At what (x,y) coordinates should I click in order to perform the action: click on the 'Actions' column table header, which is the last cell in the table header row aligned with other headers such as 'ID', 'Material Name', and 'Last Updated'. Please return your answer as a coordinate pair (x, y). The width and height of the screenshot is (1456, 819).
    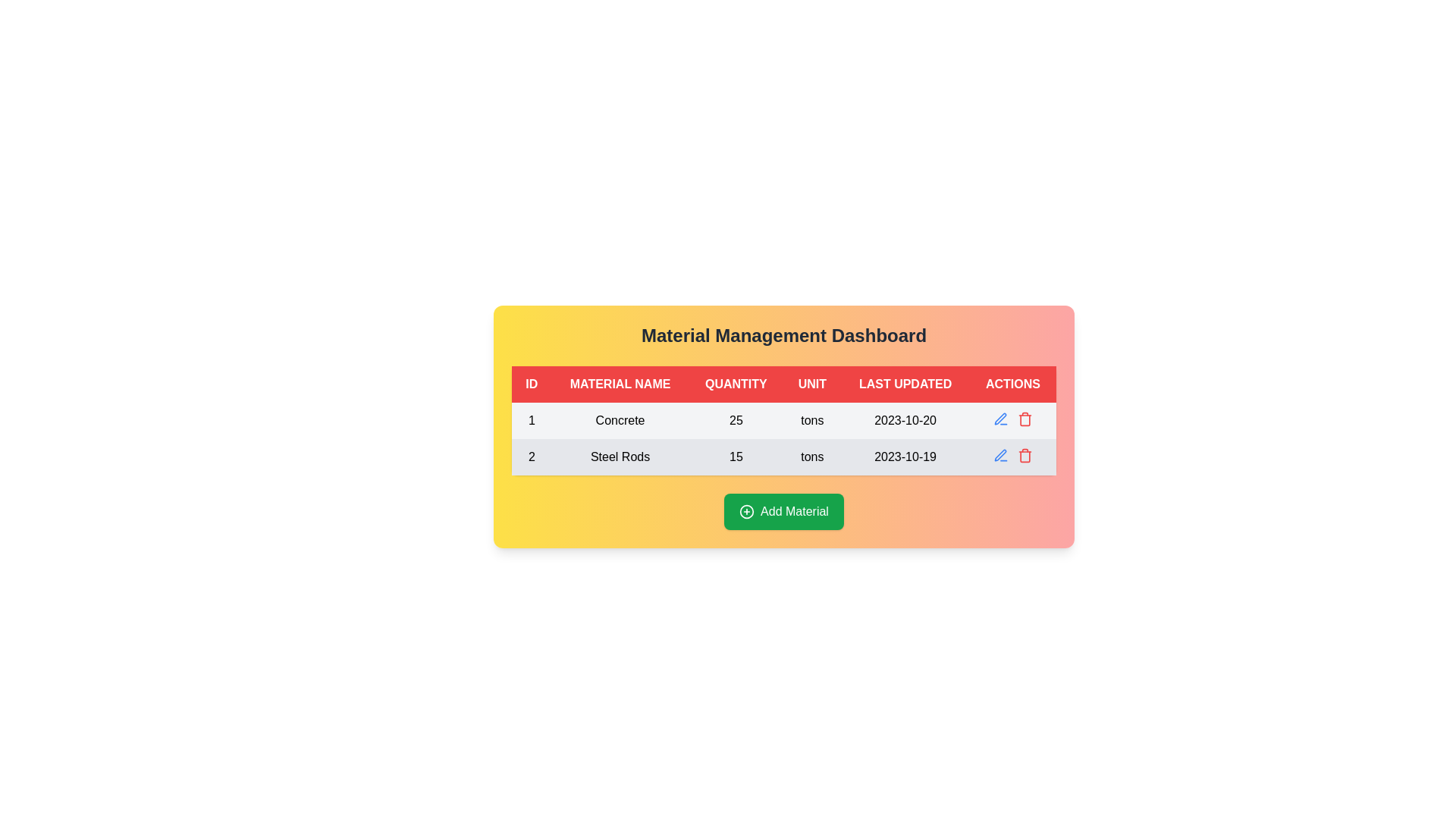
    Looking at the image, I should click on (1012, 383).